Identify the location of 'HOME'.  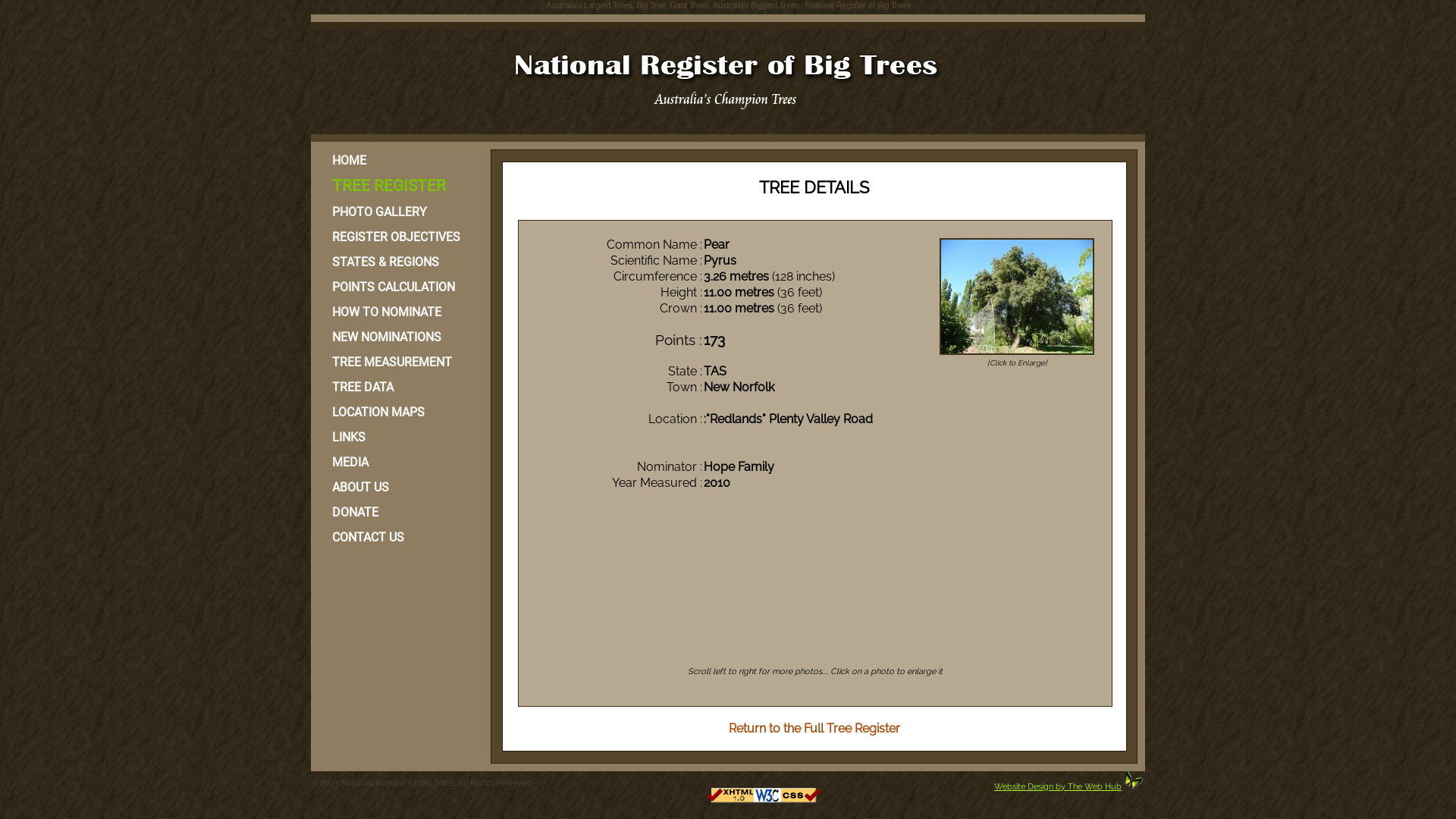
(399, 160).